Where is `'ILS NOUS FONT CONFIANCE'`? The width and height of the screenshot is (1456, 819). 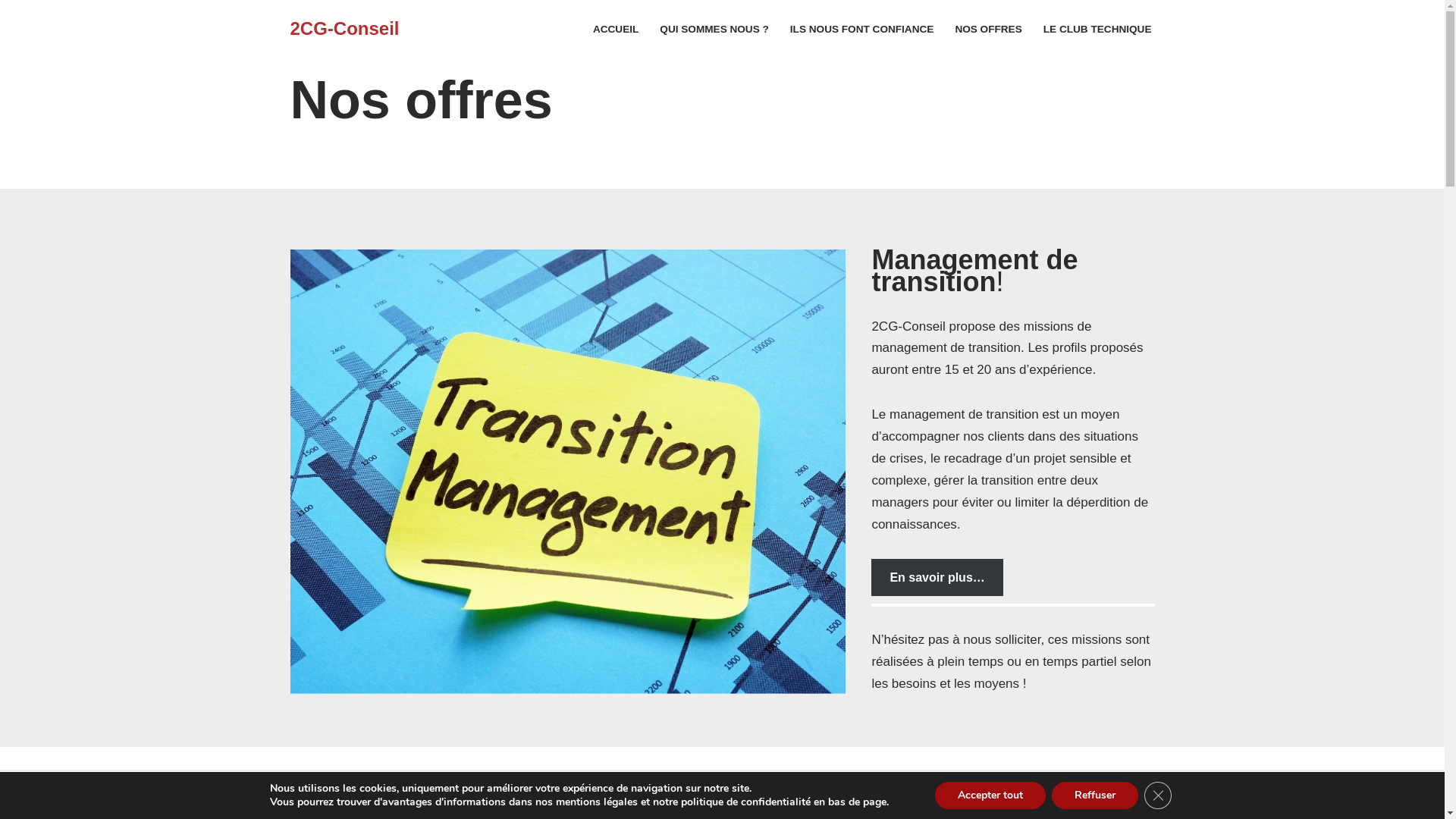 'ILS NOUS FONT CONFIANCE' is located at coordinates (862, 29).